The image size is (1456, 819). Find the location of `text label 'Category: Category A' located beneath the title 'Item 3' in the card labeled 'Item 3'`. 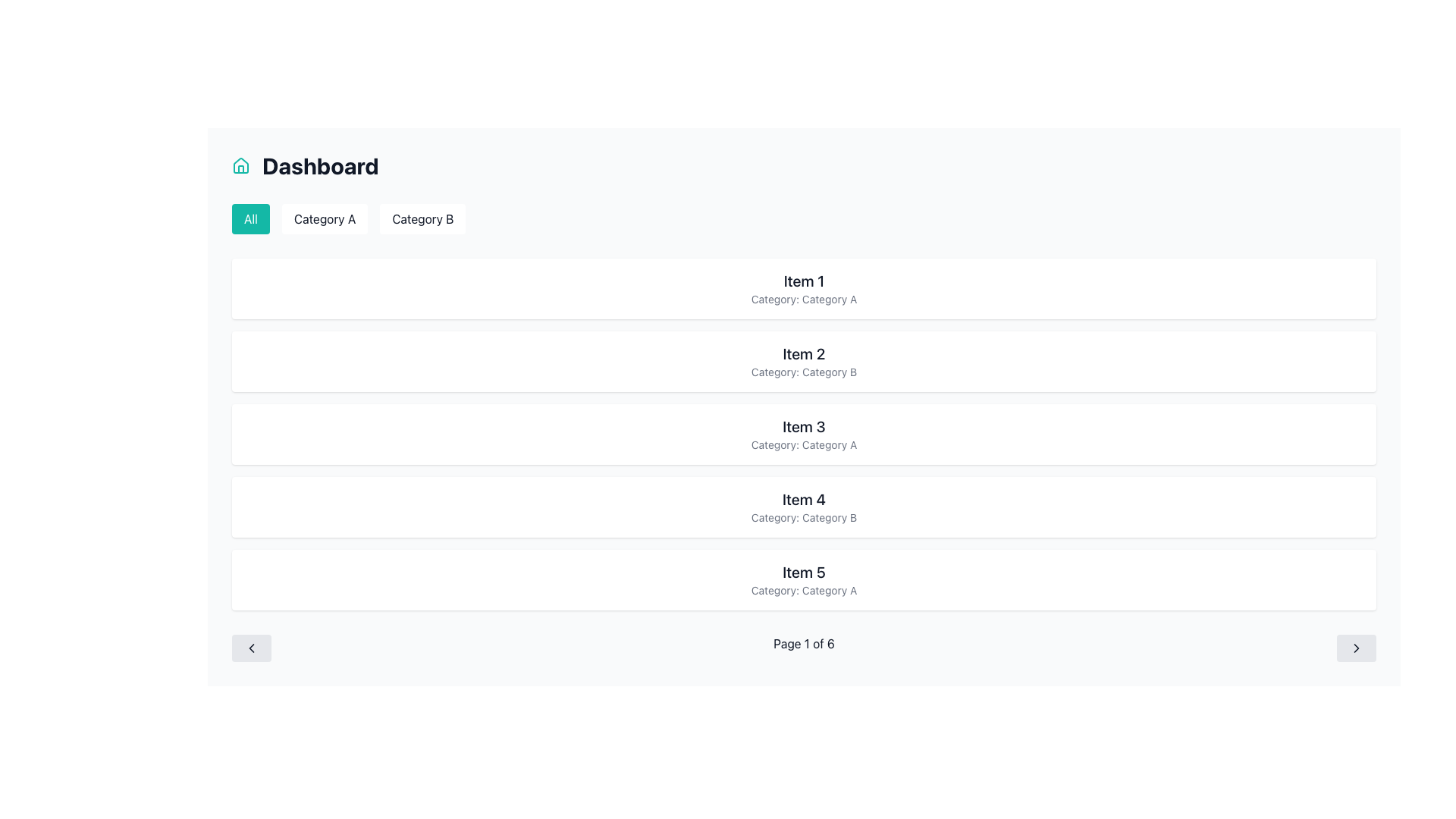

text label 'Category: Category A' located beneath the title 'Item 3' in the card labeled 'Item 3' is located at coordinates (803, 444).